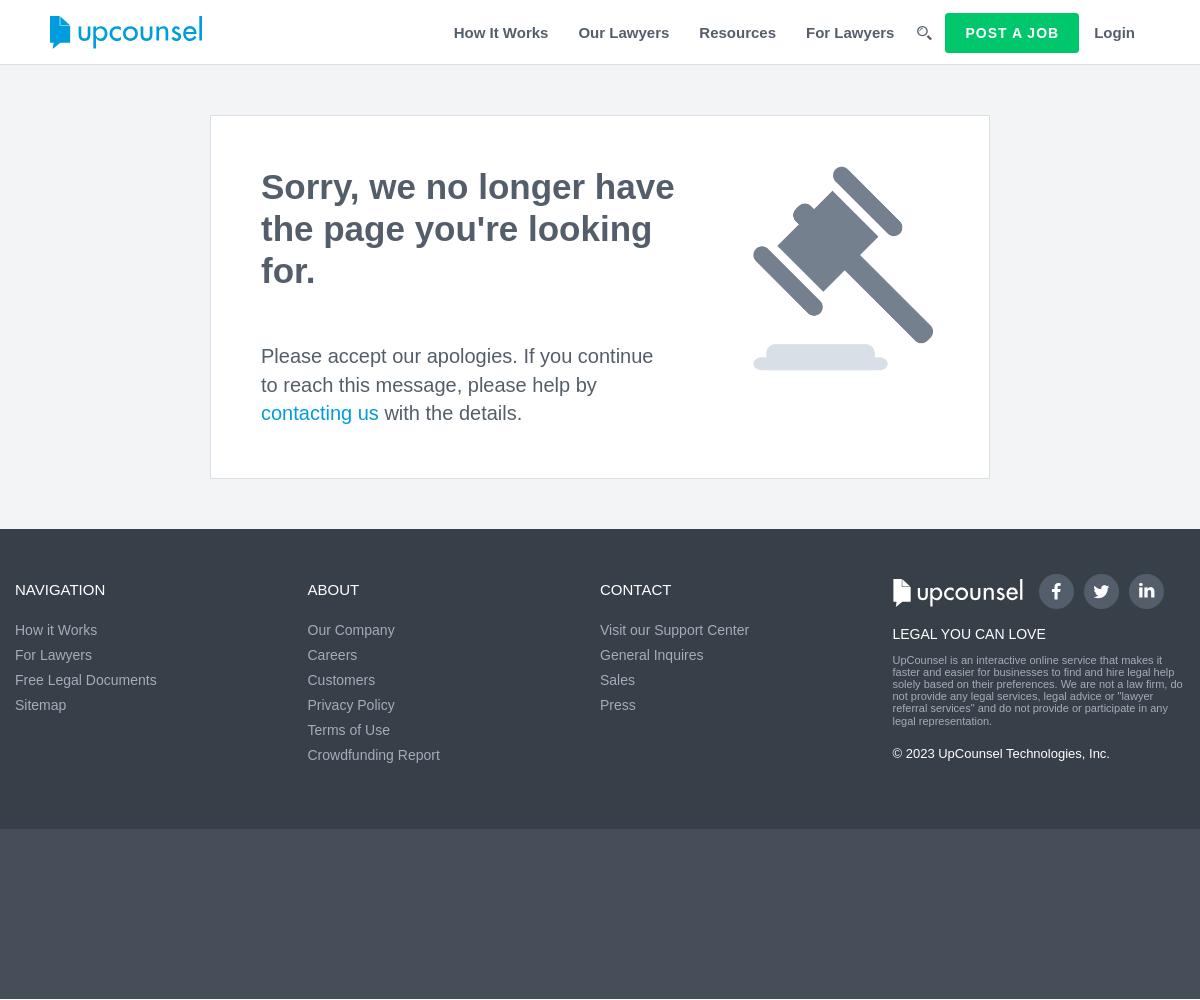 The height and width of the screenshot is (1000, 1200). What do you see at coordinates (968, 634) in the screenshot?
I see `'LEGAL YOU CAN LOVE'` at bounding box center [968, 634].